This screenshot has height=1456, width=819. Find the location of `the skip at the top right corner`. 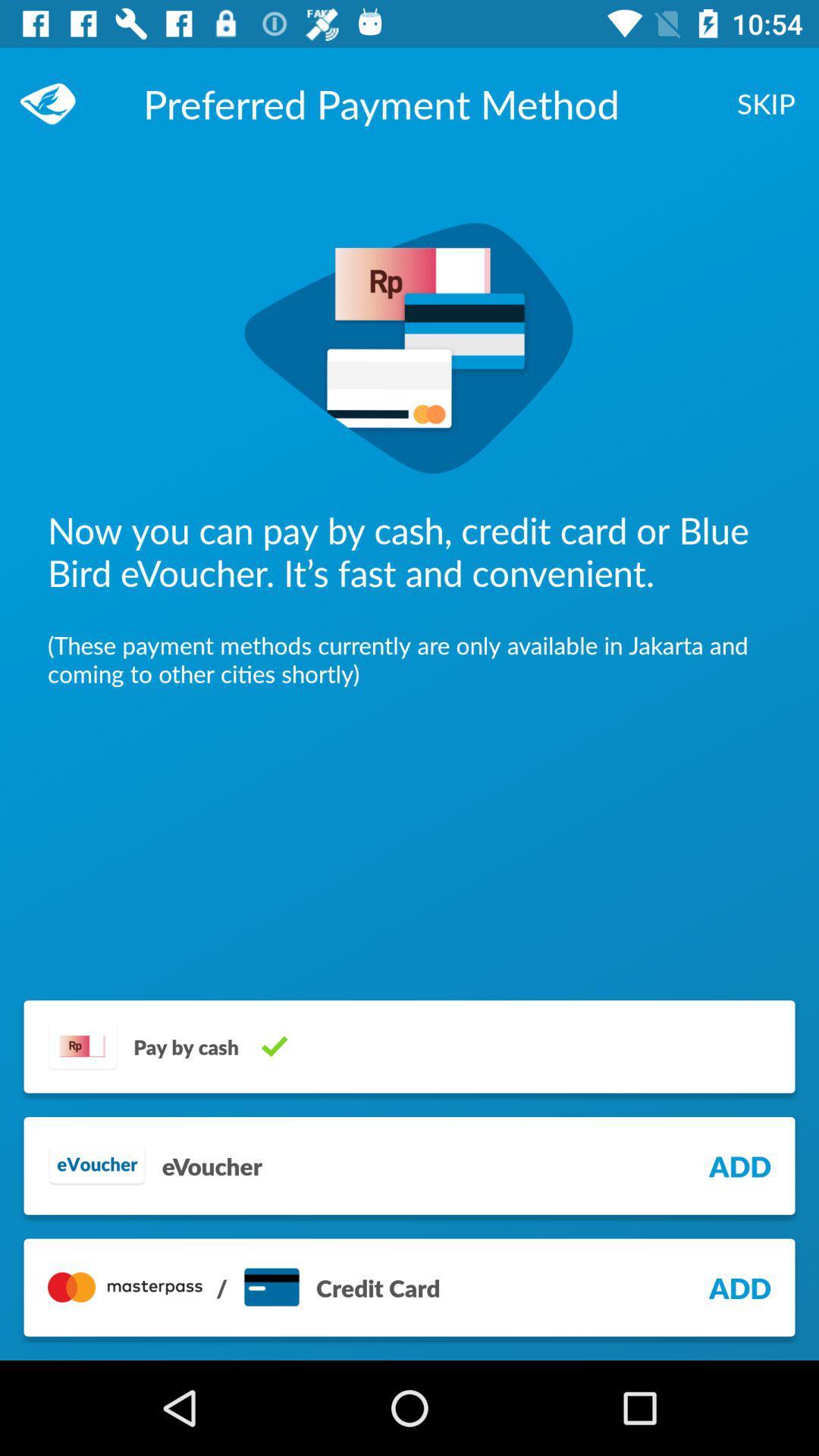

the skip at the top right corner is located at coordinates (766, 102).